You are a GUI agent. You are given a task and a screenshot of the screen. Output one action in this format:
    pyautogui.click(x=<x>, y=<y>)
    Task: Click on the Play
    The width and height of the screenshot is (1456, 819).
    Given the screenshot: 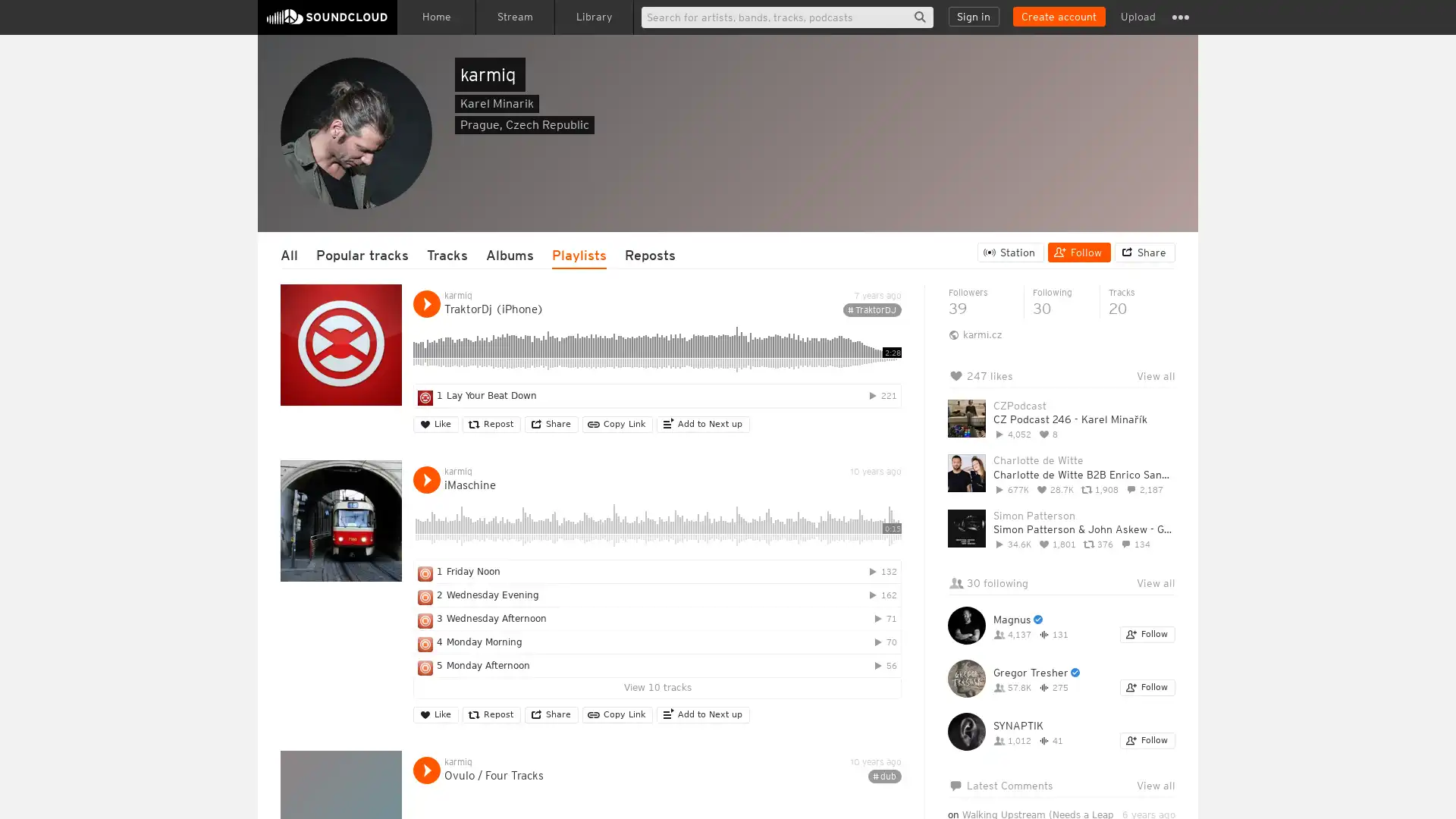 What is the action you would take?
    pyautogui.click(x=425, y=479)
    